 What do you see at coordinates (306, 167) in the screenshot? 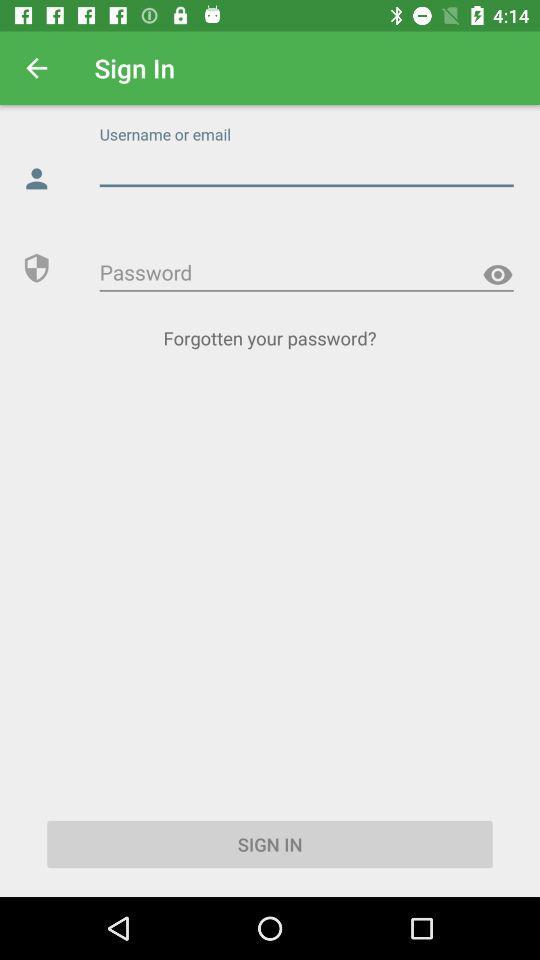
I see `username or email input` at bounding box center [306, 167].